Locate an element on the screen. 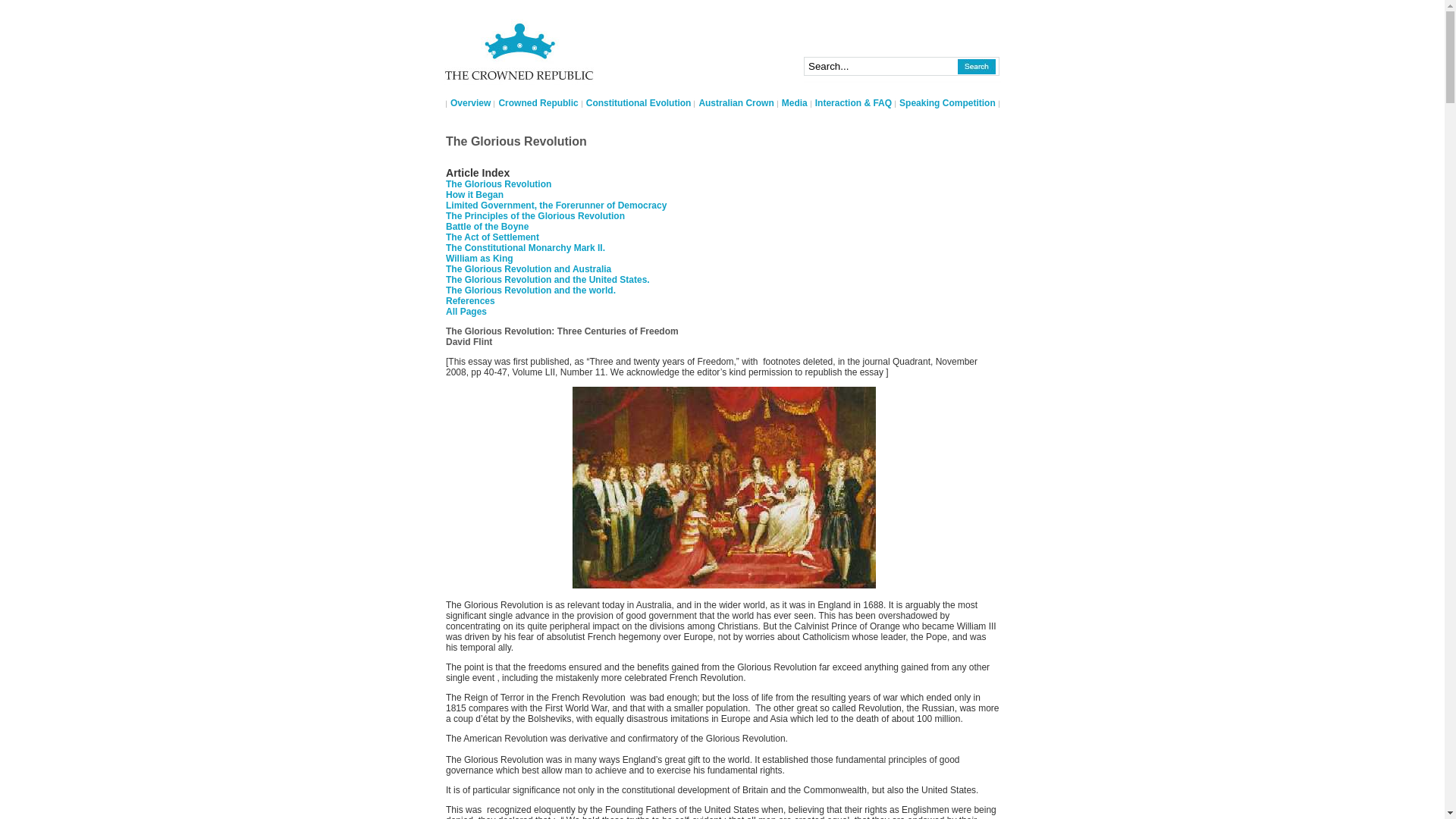 Image resolution: width=1456 pixels, height=819 pixels. 'Speaking Competition' is located at coordinates (946, 102).